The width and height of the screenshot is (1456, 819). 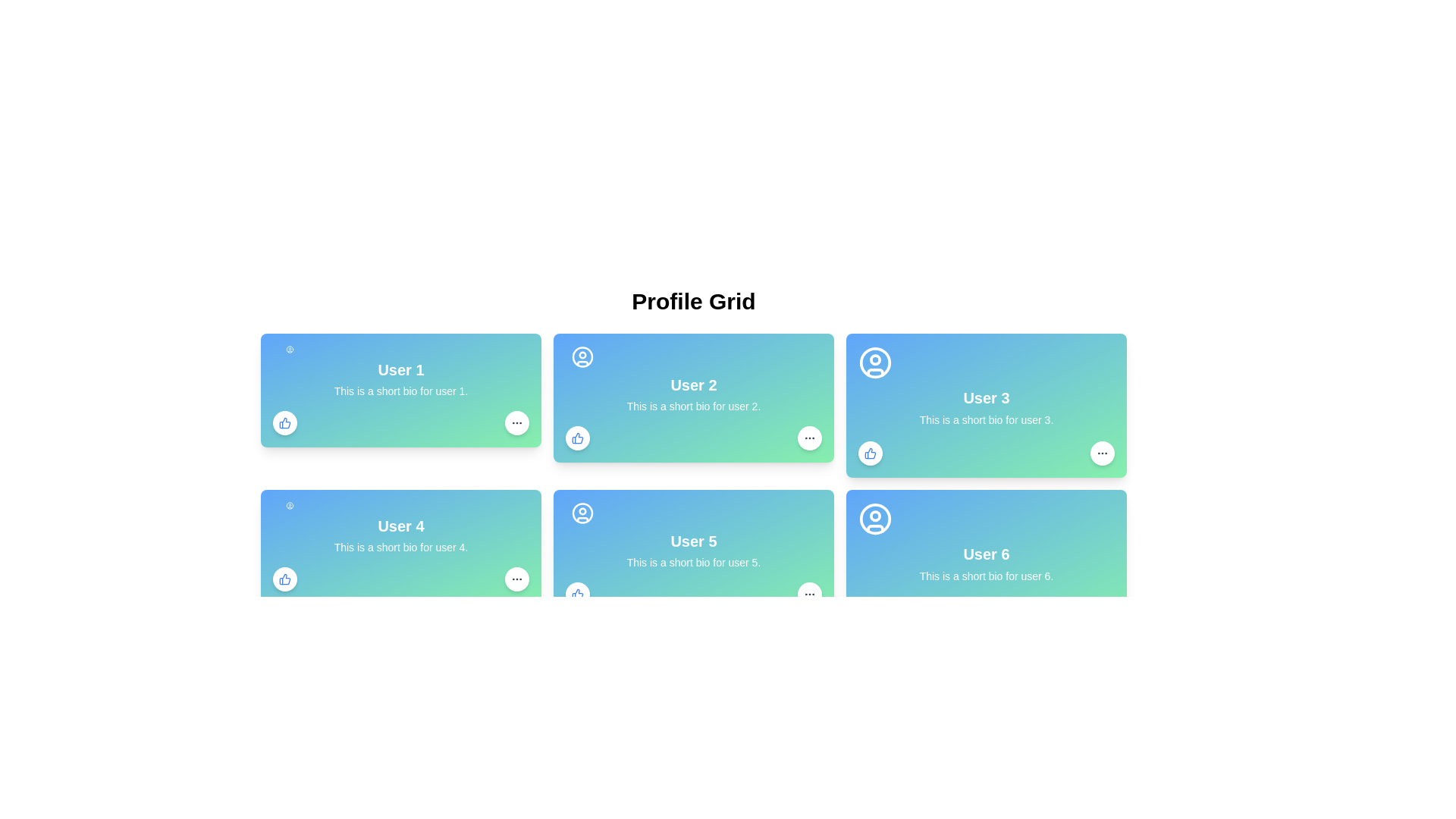 I want to click on the Profile Card, which is the fifth in a grid layout, so click(x=693, y=554).